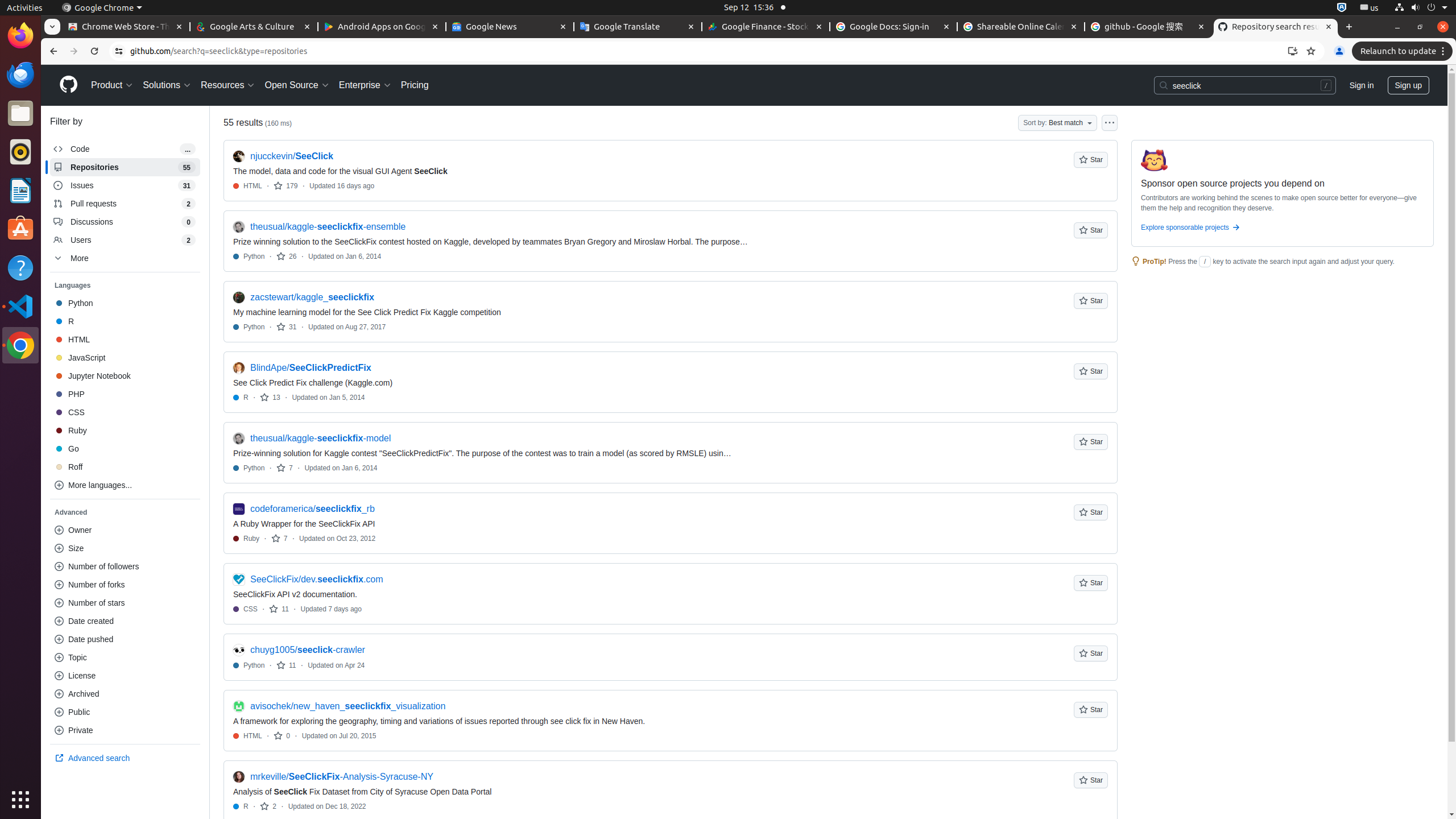  I want to click on 'Thunderbird Mail', so click(20, 74).